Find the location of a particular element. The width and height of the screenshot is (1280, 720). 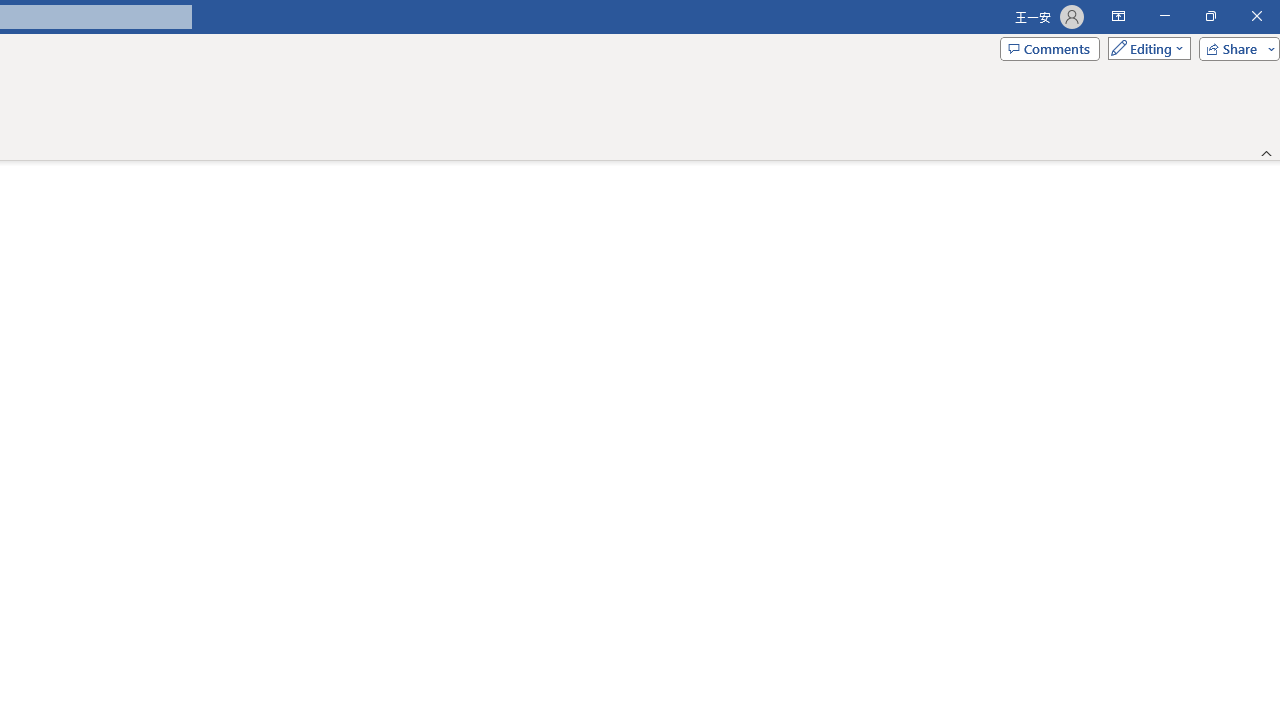

'Share' is located at coordinates (1234, 47).